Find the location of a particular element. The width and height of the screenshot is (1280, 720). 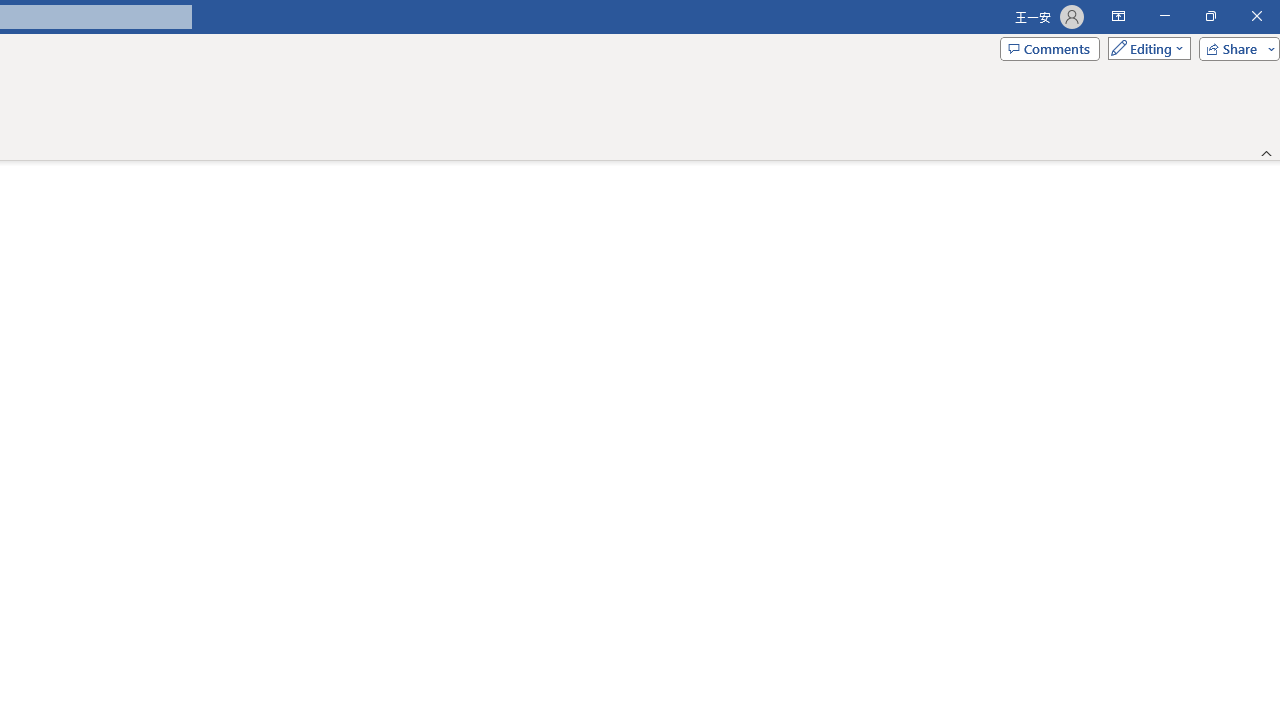

'Share' is located at coordinates (1234, 47).